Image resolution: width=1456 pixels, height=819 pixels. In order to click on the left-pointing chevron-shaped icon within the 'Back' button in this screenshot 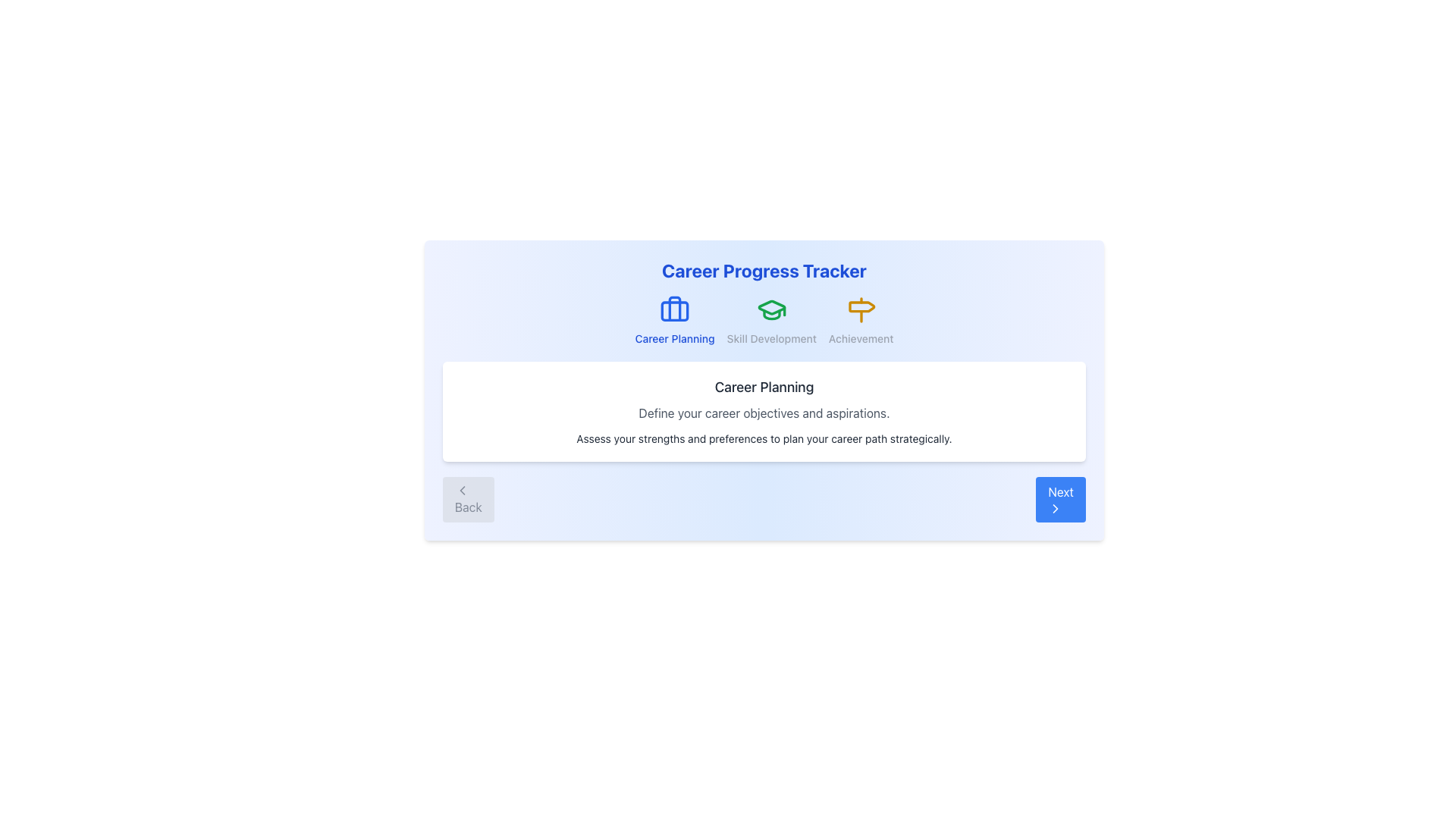, I will do `click(461, 491)`.